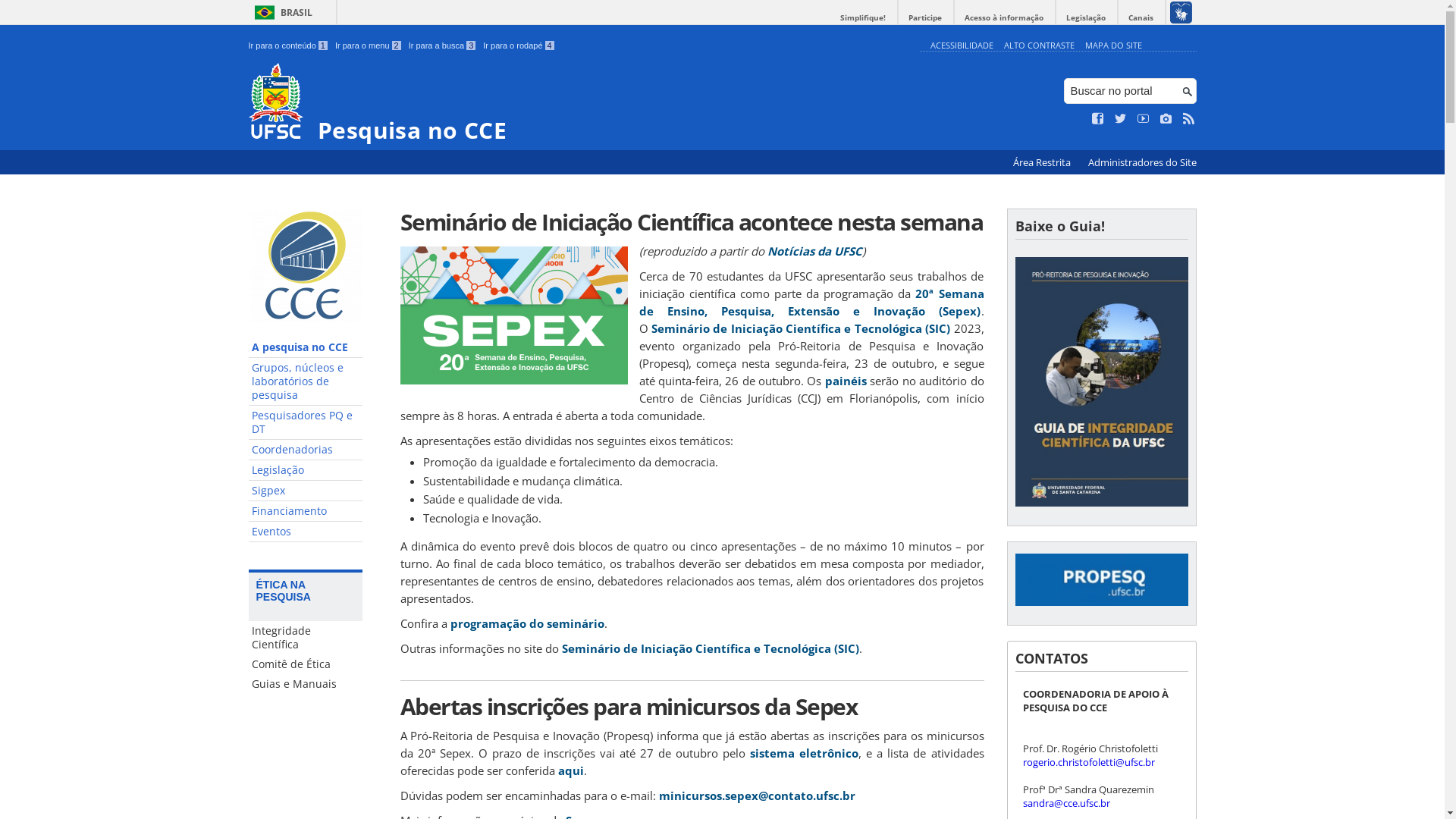 This screenshot has height=819, width=1456. I want to click on 'ACESSIBILIDADE', so click(928, 44).